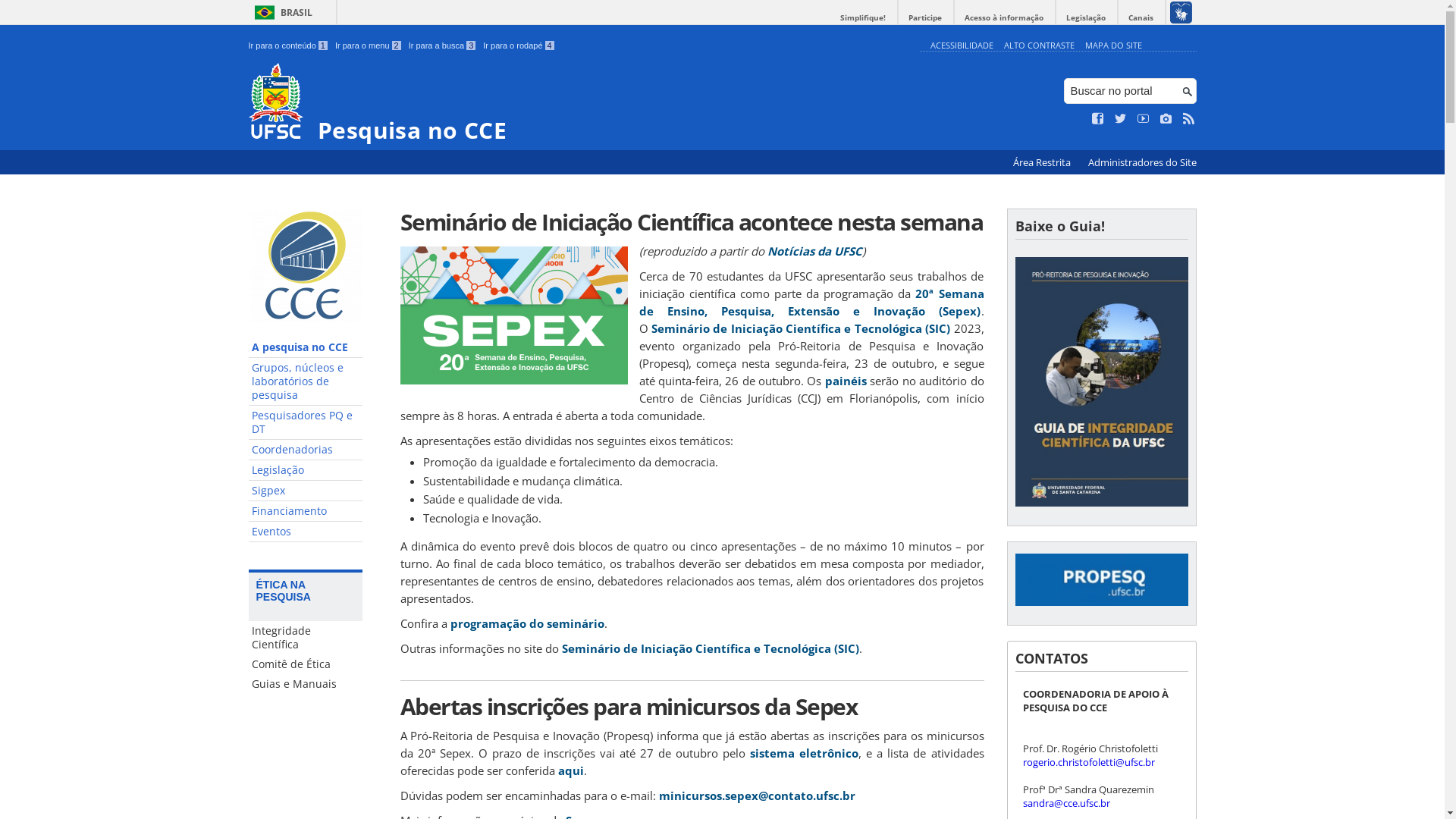 This screenshot has height=819, width=1456. I want to click on 'ACESSIBILIDADE', so click(928, 44).